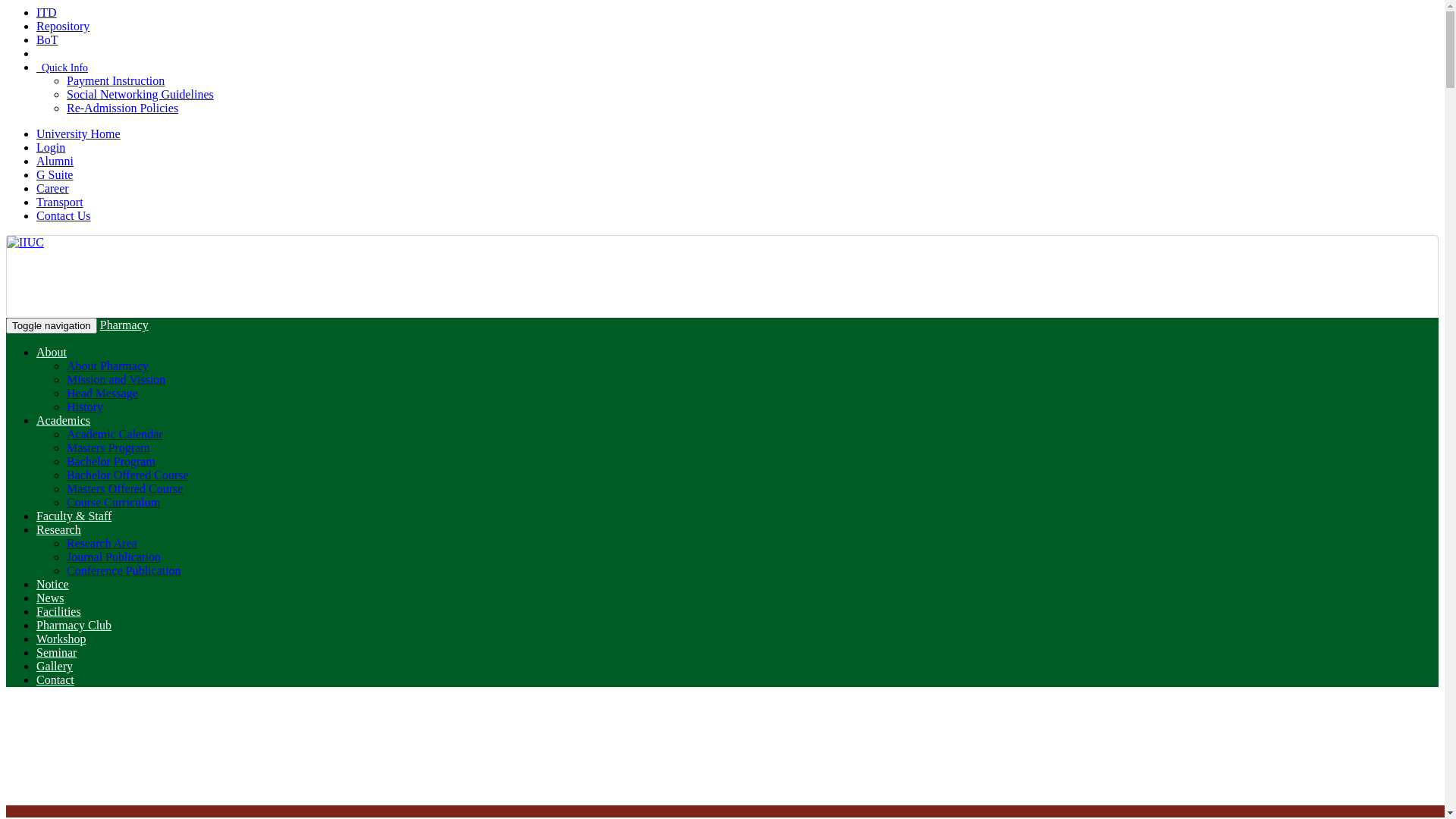  What do you see at coordinates (112, 502) in the screenshot?
I see `'Course Curriculum'` at bounding box center [112, 502].